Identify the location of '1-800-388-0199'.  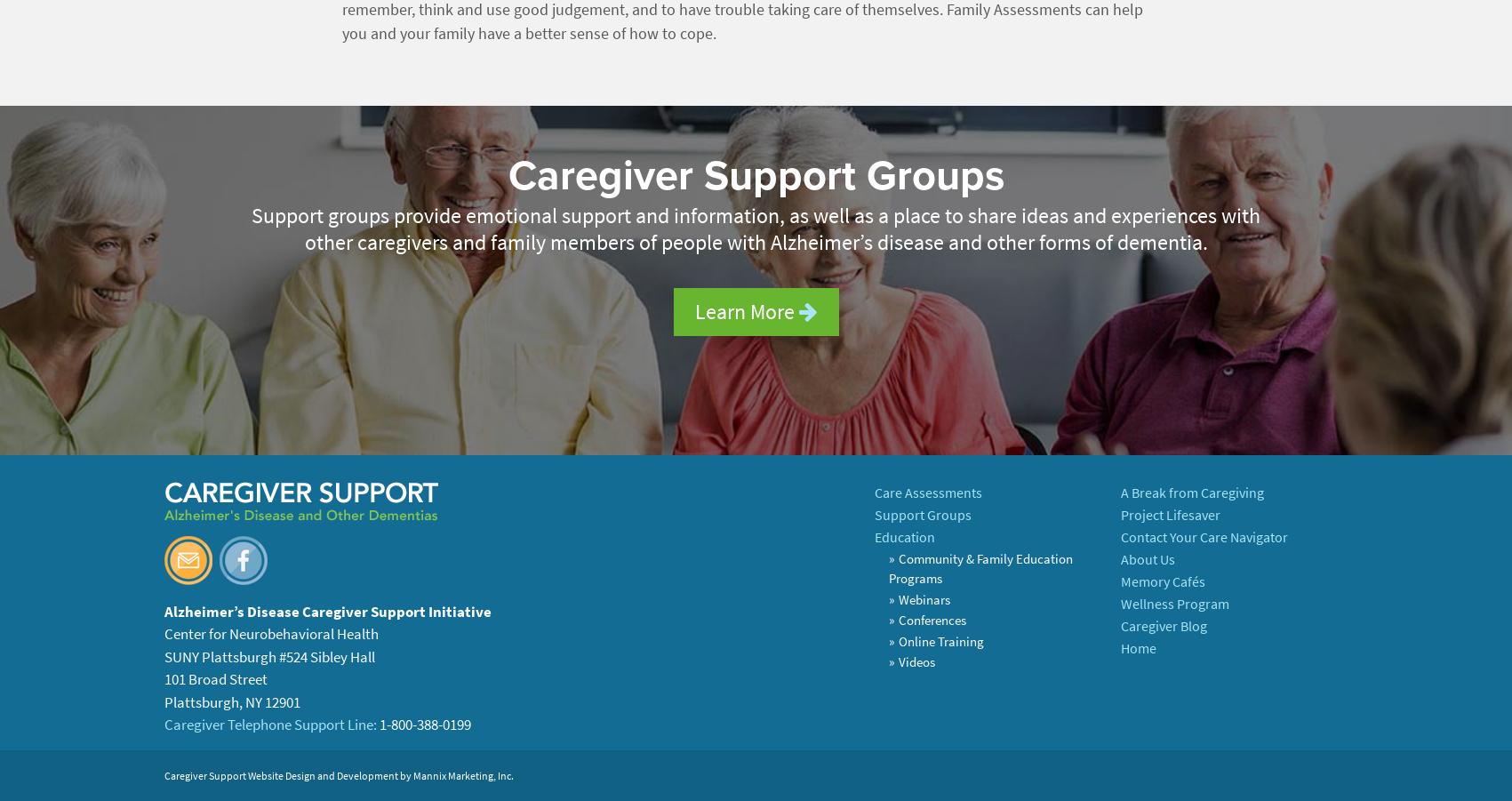
(423, 725).